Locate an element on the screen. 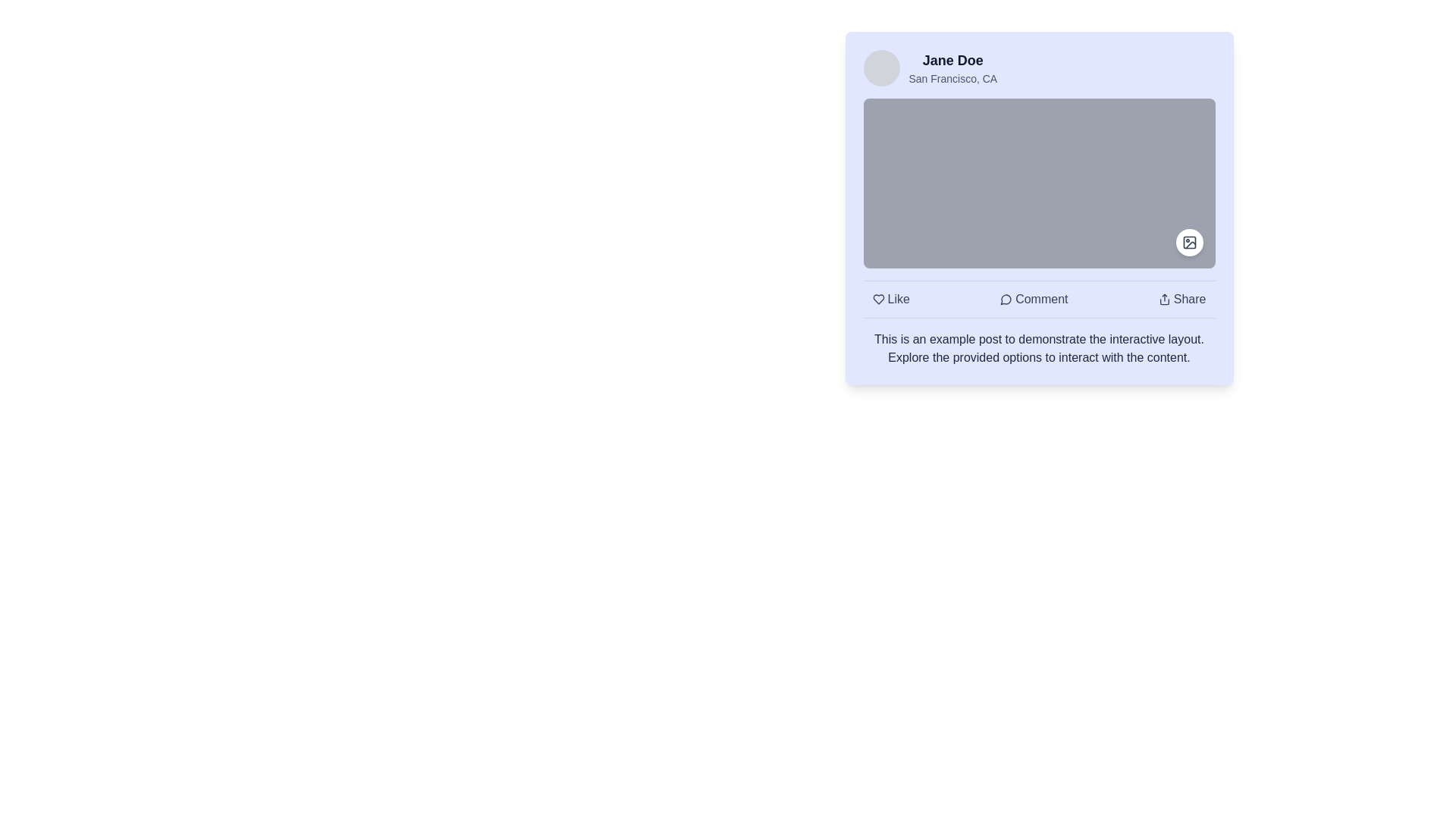  the text label that describes the action of sharing a post, located at the bottom-right corner of the post block, adjacent to the share icon is located at coordinates (1189, 299).